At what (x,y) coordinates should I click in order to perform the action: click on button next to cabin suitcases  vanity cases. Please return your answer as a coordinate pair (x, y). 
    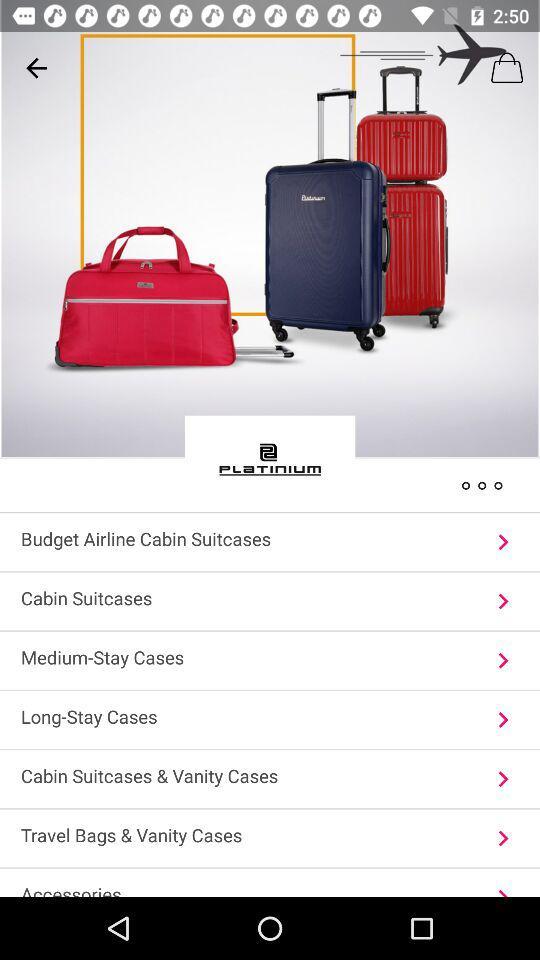
    Looking at the image, I should click on (502, 778).